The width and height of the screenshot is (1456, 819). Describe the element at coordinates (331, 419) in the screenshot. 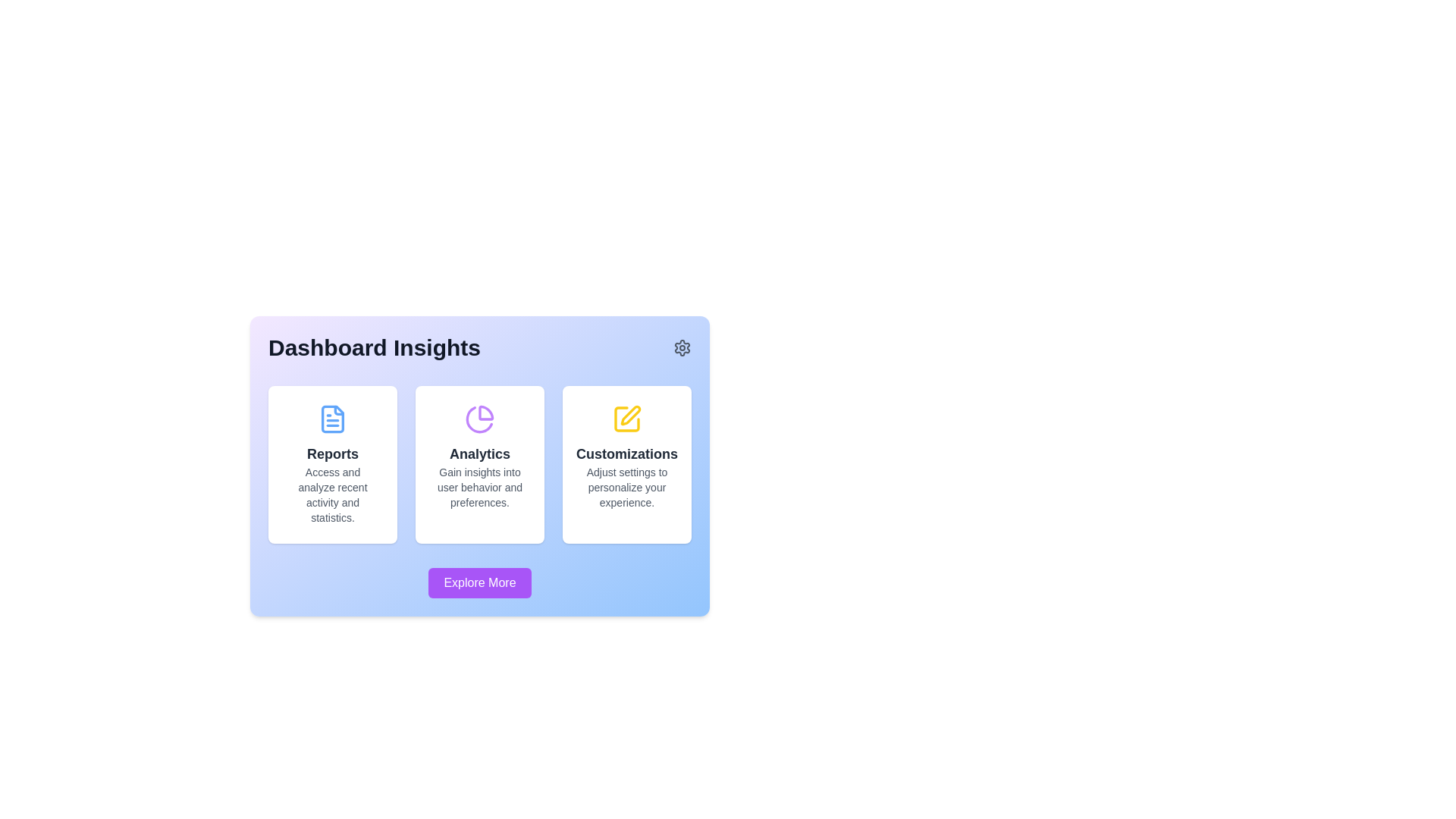

I see `the decorative illustration of a stylized document icon with a blue hue located in the top-left corner of the 'Reports' card` at that location.